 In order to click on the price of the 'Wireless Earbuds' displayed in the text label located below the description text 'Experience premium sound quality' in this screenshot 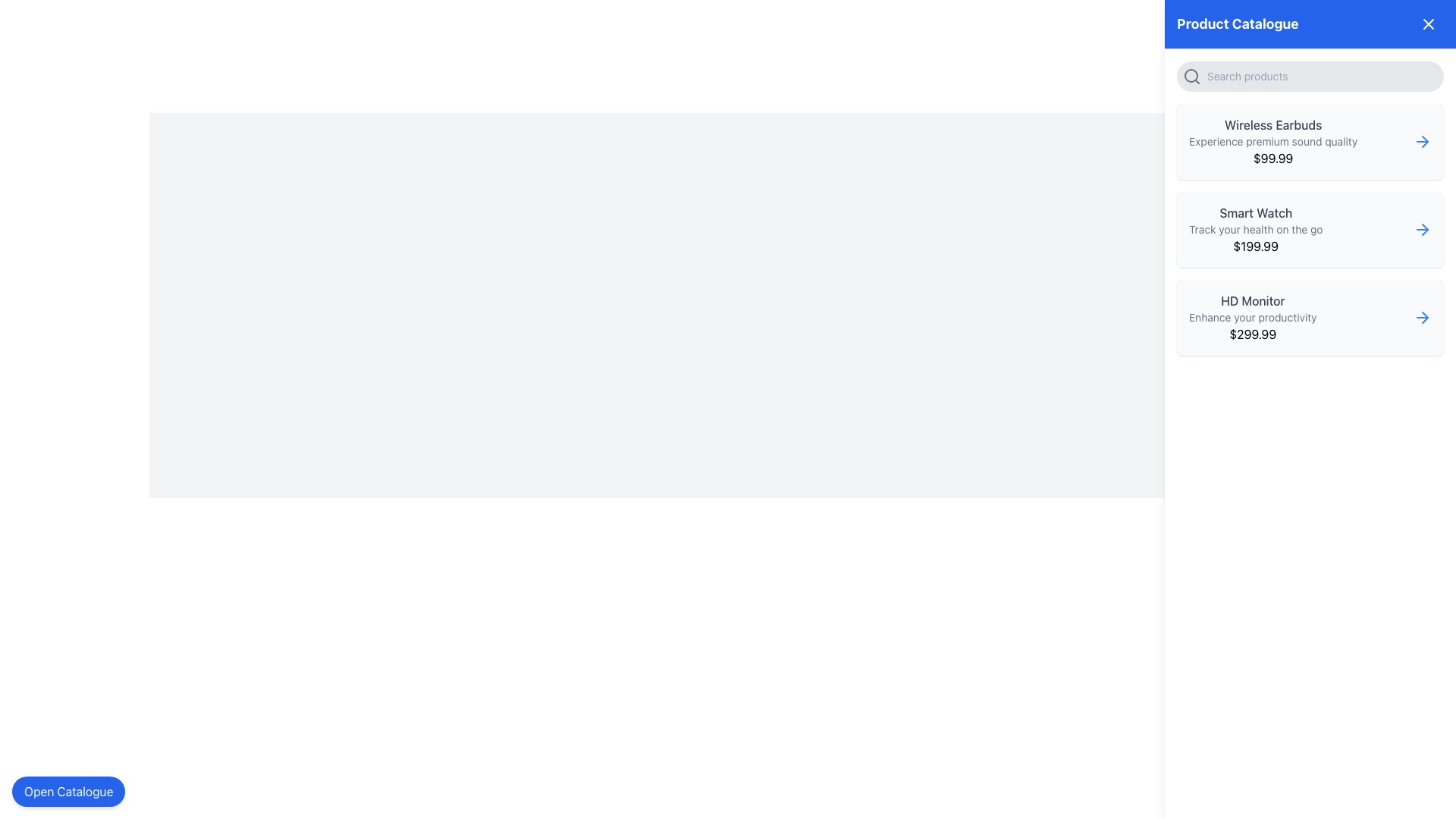, I will do `click(1273, 158)`.